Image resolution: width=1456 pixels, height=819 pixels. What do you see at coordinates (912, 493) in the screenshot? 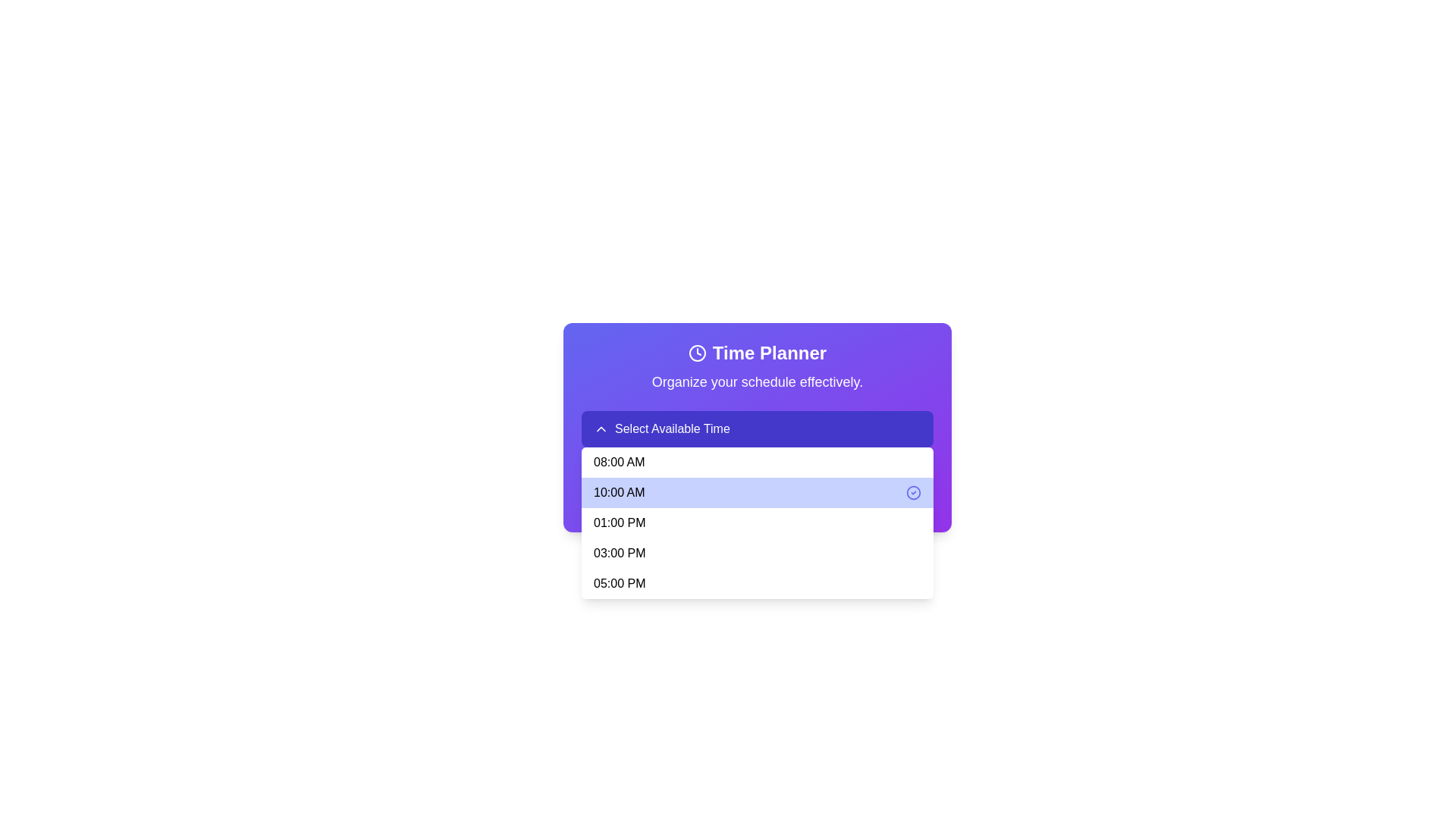
I see `the circular blue icon with a checkmark that signifies an active state, located to the right of the text '10:00 AM' in the list item` at bounding box center [912, 493].